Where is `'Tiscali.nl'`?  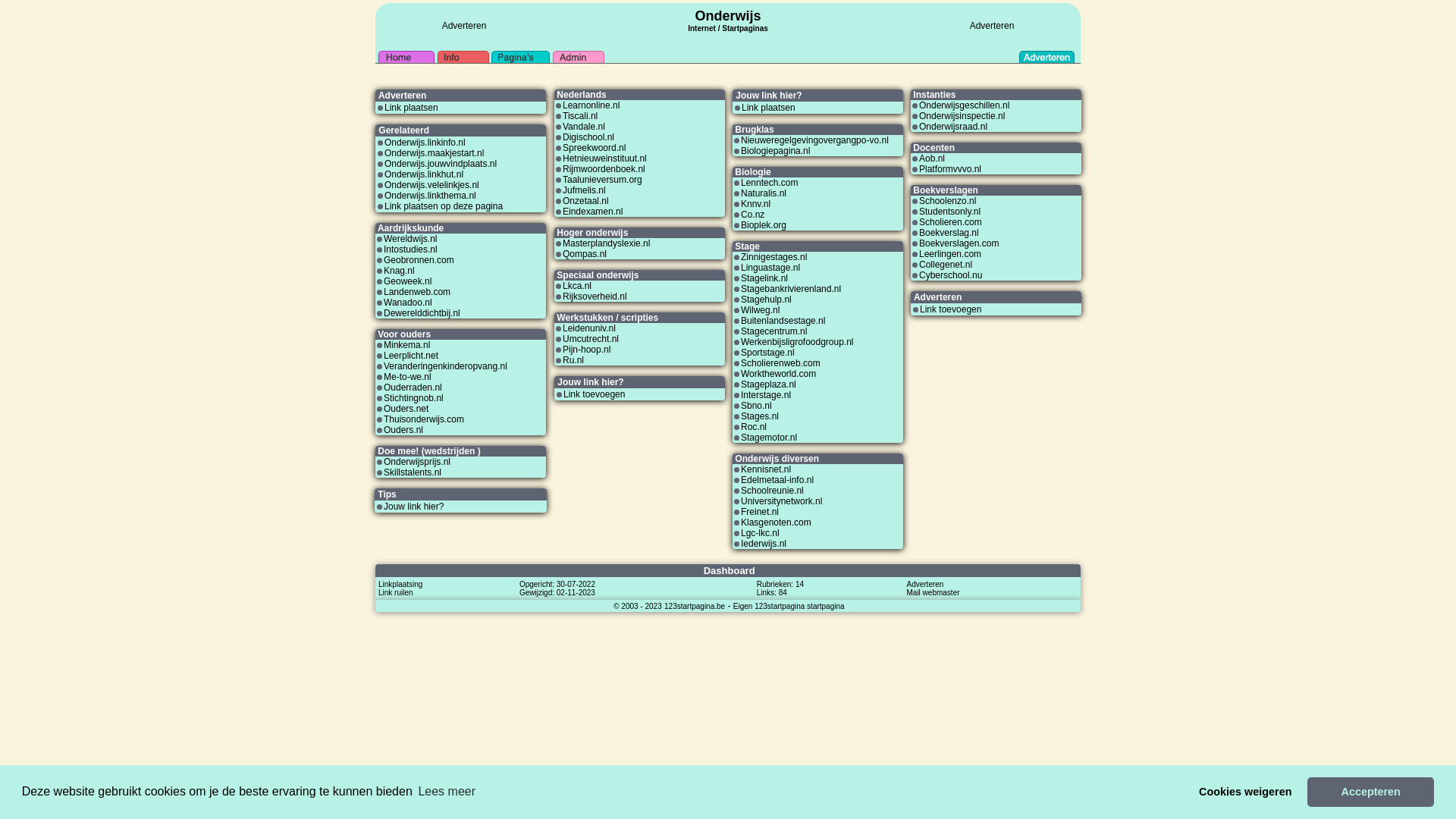 'Tiscali.nl' is located at coordinates (579, 115).